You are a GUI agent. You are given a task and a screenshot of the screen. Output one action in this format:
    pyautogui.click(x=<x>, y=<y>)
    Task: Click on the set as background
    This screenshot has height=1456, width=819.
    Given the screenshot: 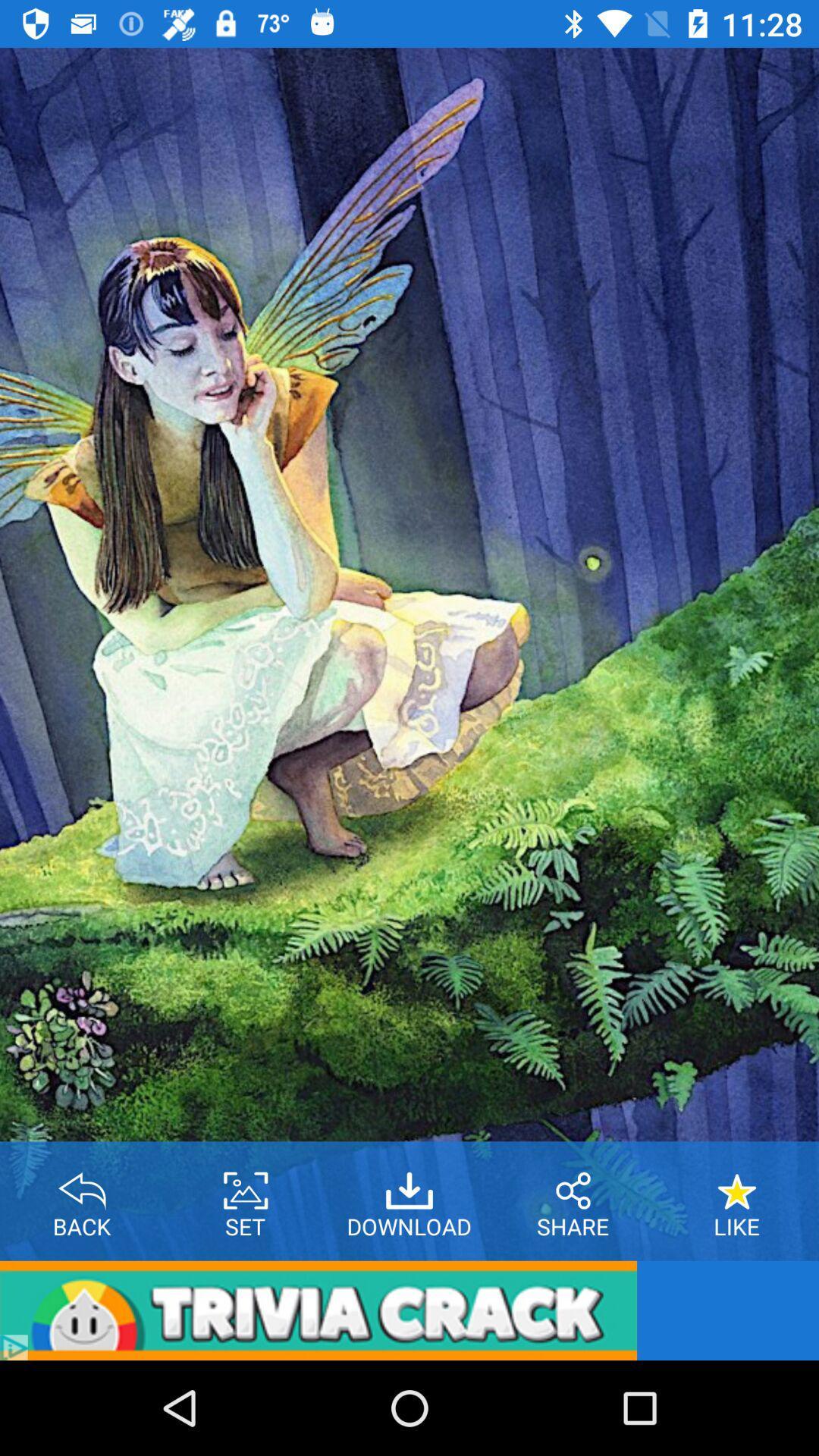 What is the action you would take?
    pyautogui.click(x=245, y=1185)
    